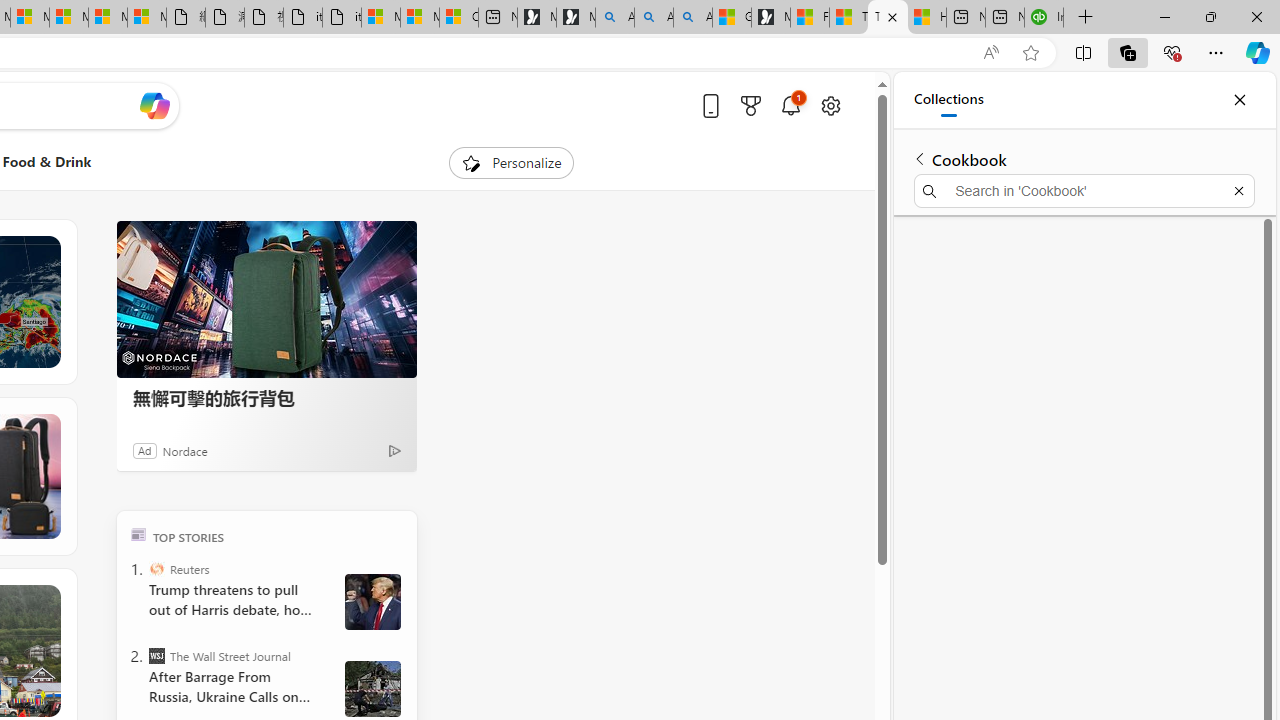 The height and width of the screenshot is (720, 1280). Describe the element at coordinates (1083, 191) in the screenshot. I see `'Search in '` at that location.